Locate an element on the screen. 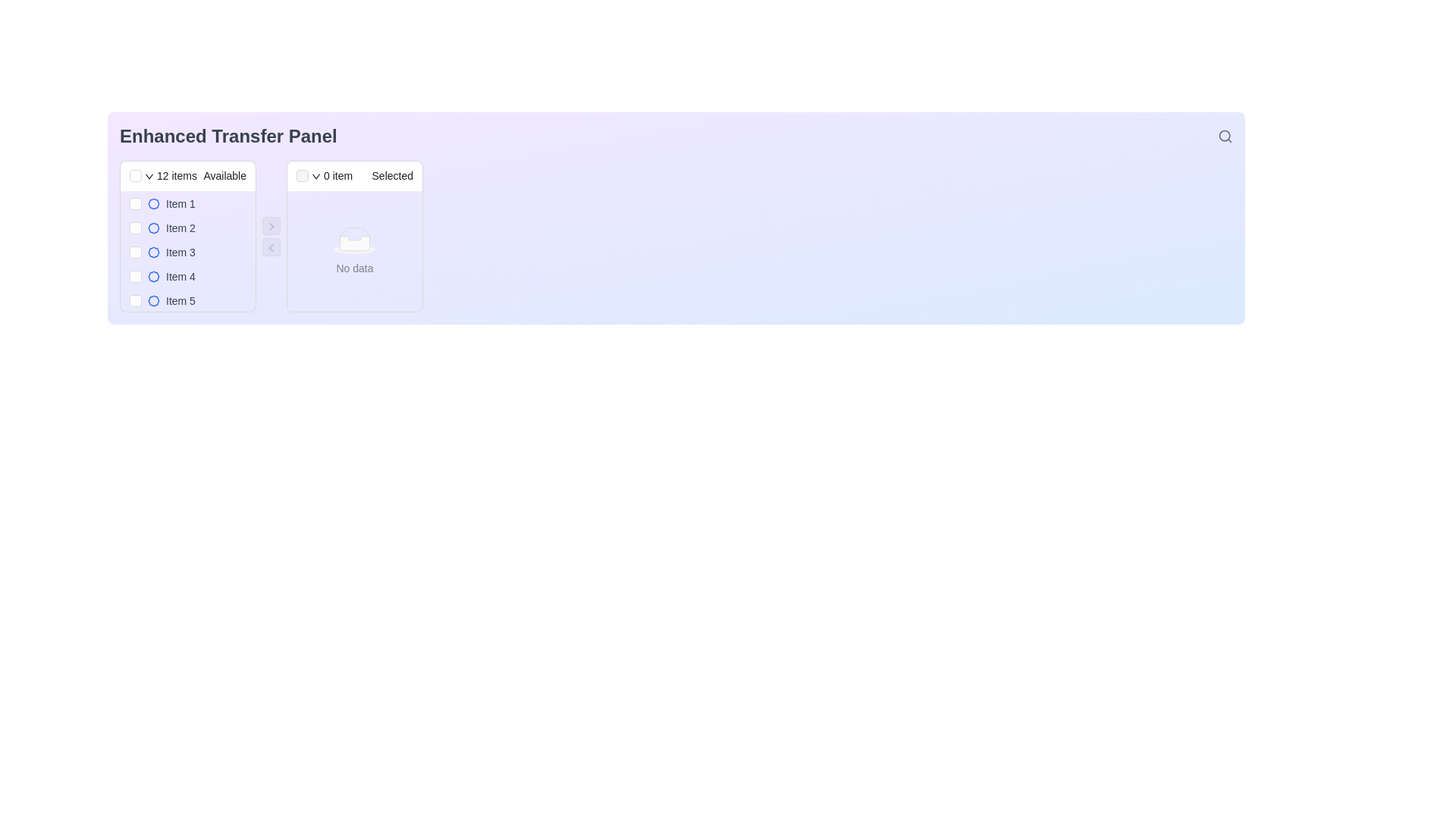  the checkbox associated with 'Item 1' is located at coordinates (135, 203).